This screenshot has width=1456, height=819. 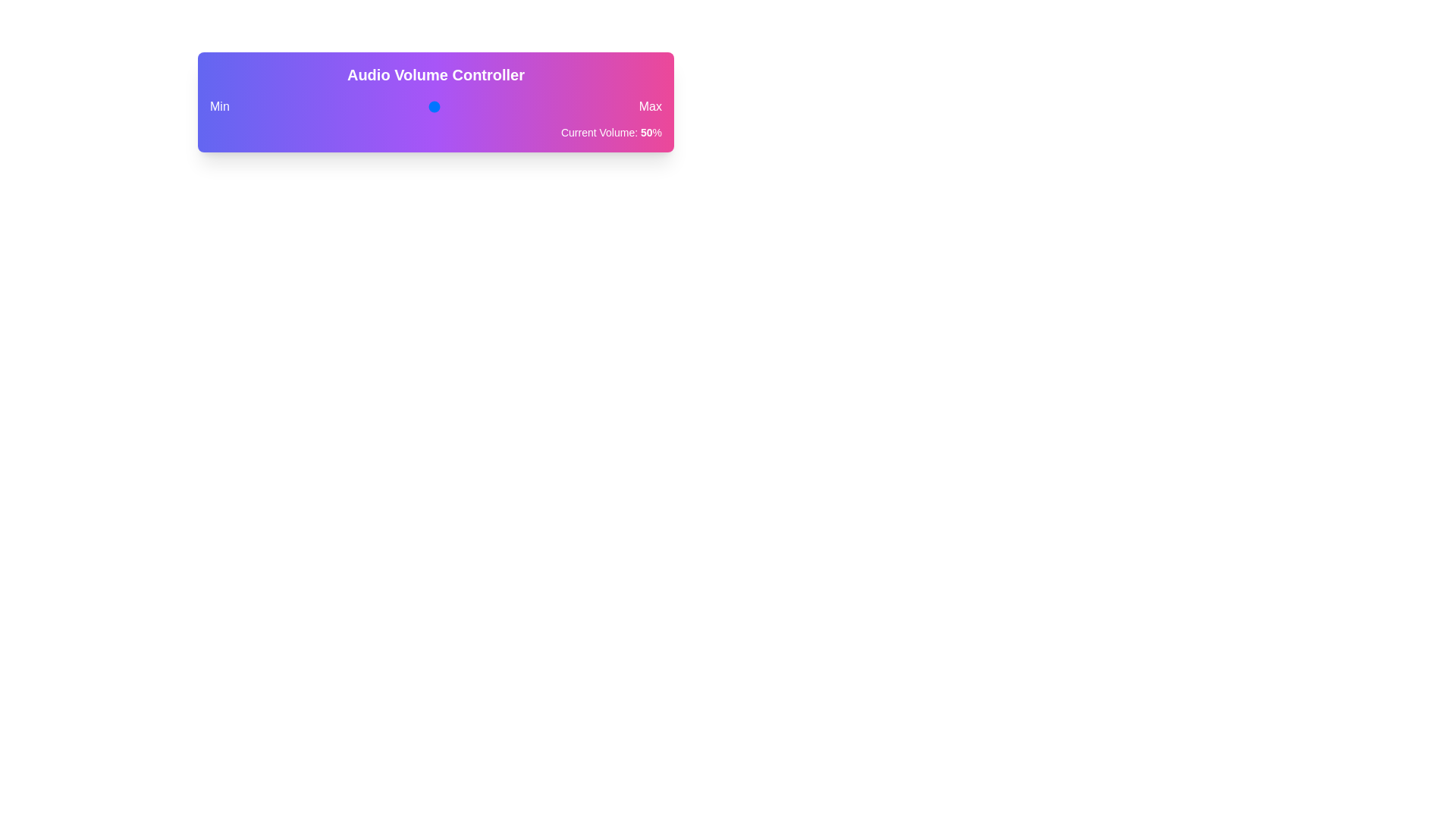 I want to click on the volume slider to 73%, so click(x=522, y=106).